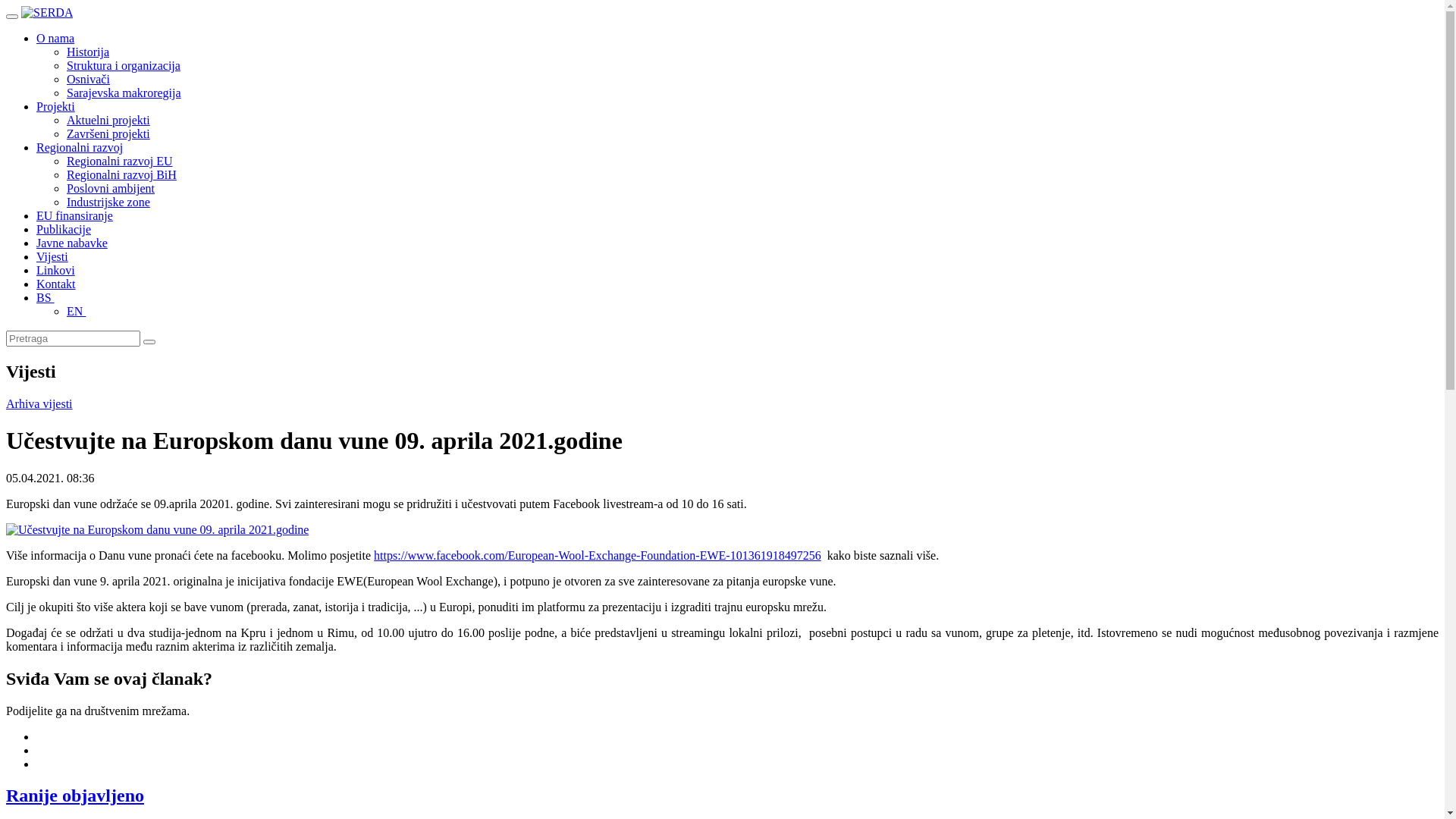  Describe the element at coordinates (36, 229) in the screenshot. I see `'Publikacije'` at that location.